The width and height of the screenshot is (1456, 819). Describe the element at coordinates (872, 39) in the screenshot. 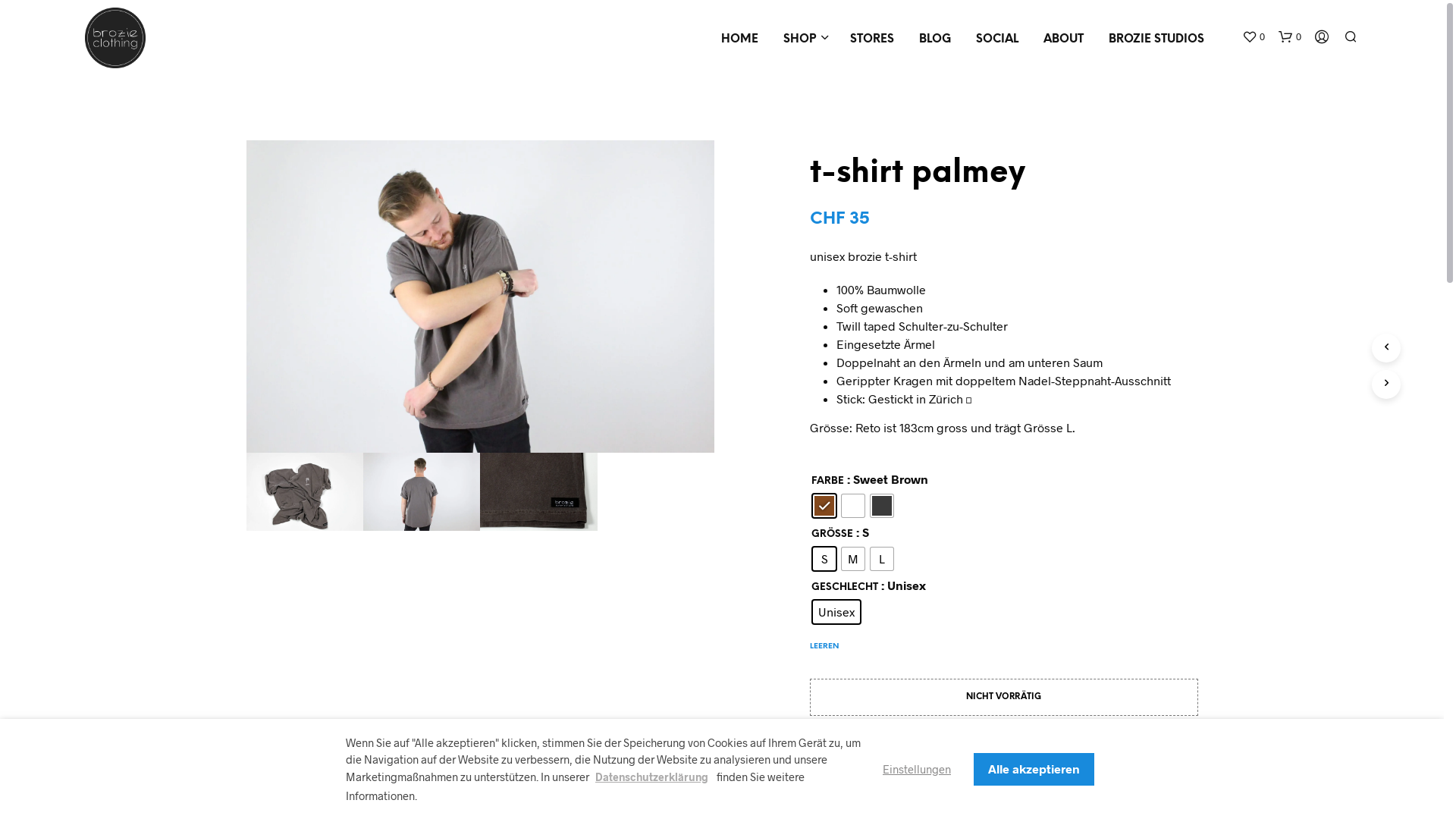

I see `'STORES'` at that location.